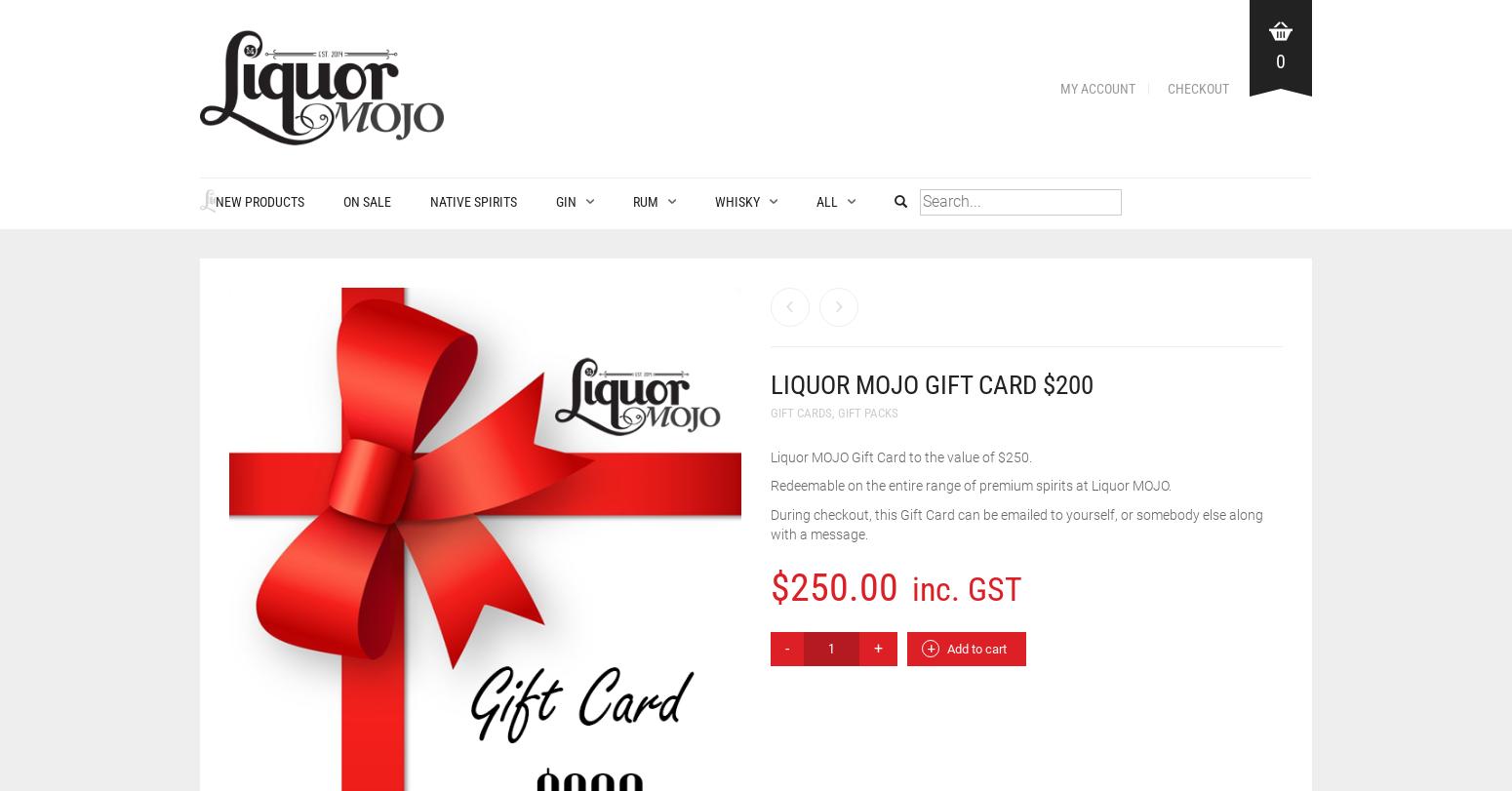  Describe the element at coordinates (970, 485) in the screenshot. I see `'Redeemable on the entire range of premium spirits at Liquor MOJO.'` at that location.